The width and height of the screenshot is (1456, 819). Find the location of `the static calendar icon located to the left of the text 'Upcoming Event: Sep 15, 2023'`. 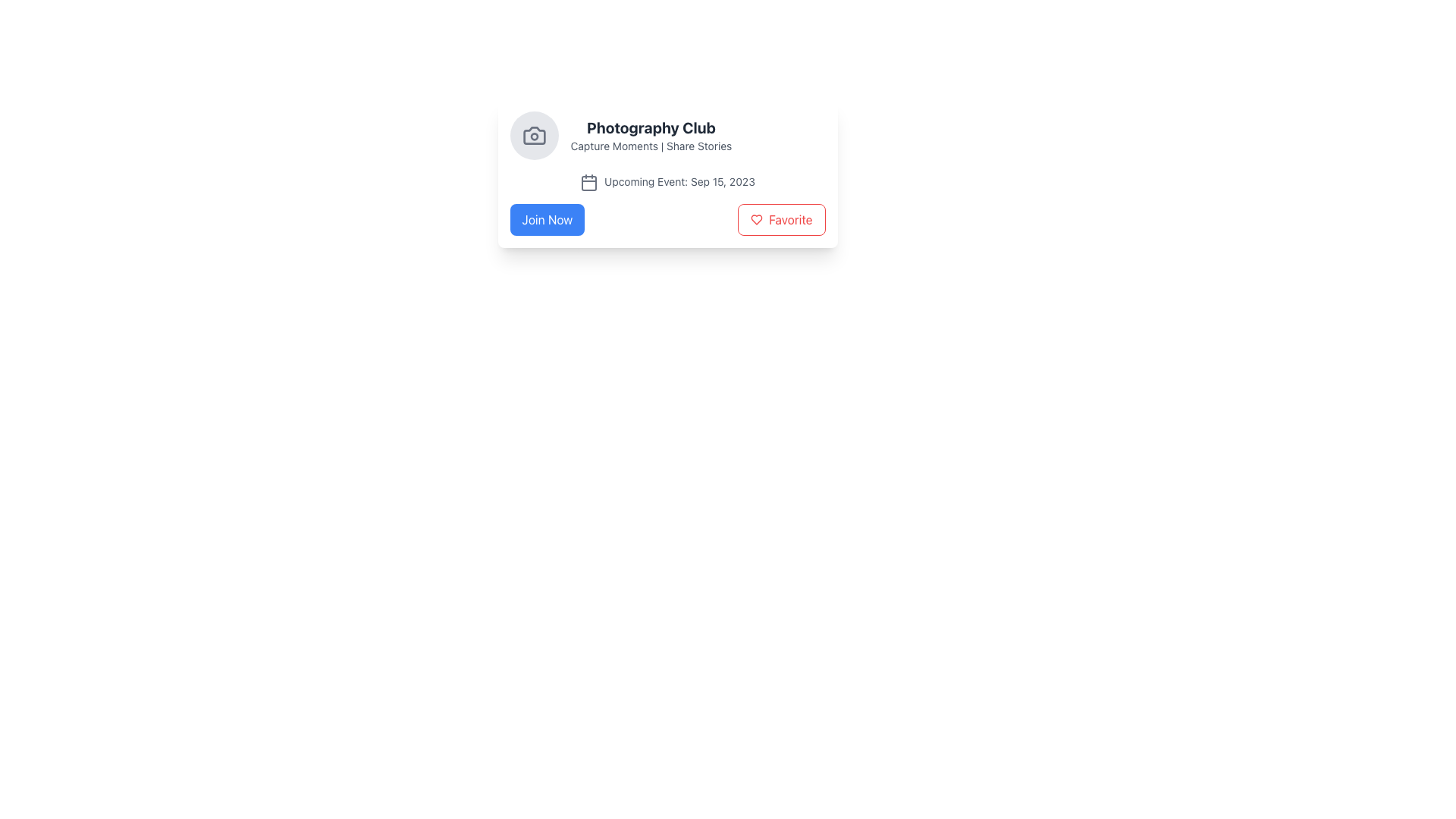

the static calendar icon located to the left of the text 'Upcoming Event: Sep 15, 2023' is located at coordinates (588, 181).